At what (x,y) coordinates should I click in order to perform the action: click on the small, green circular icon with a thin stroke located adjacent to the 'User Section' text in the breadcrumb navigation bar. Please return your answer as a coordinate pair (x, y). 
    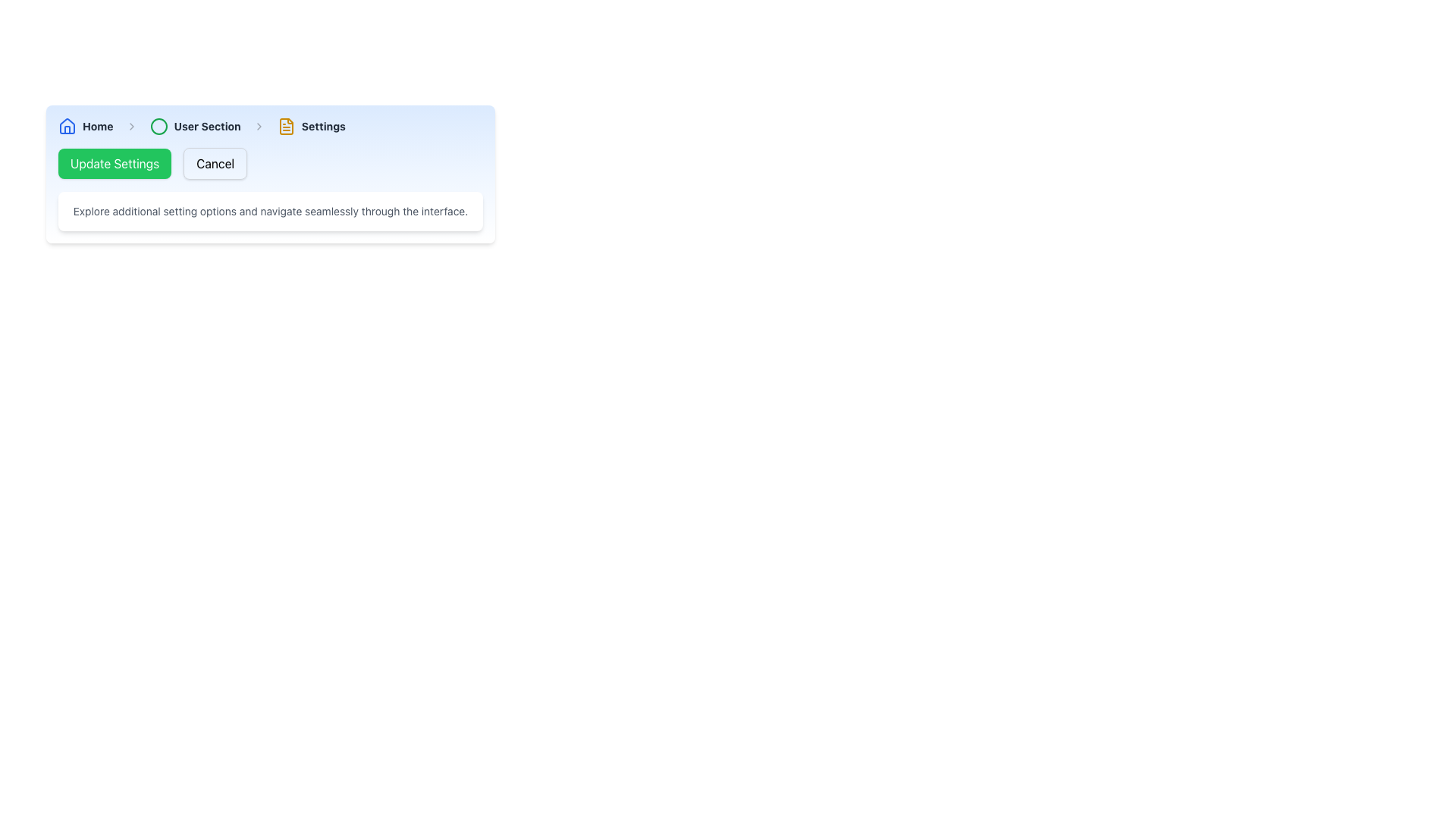
    Looking at the image, I should click on (158, 125).